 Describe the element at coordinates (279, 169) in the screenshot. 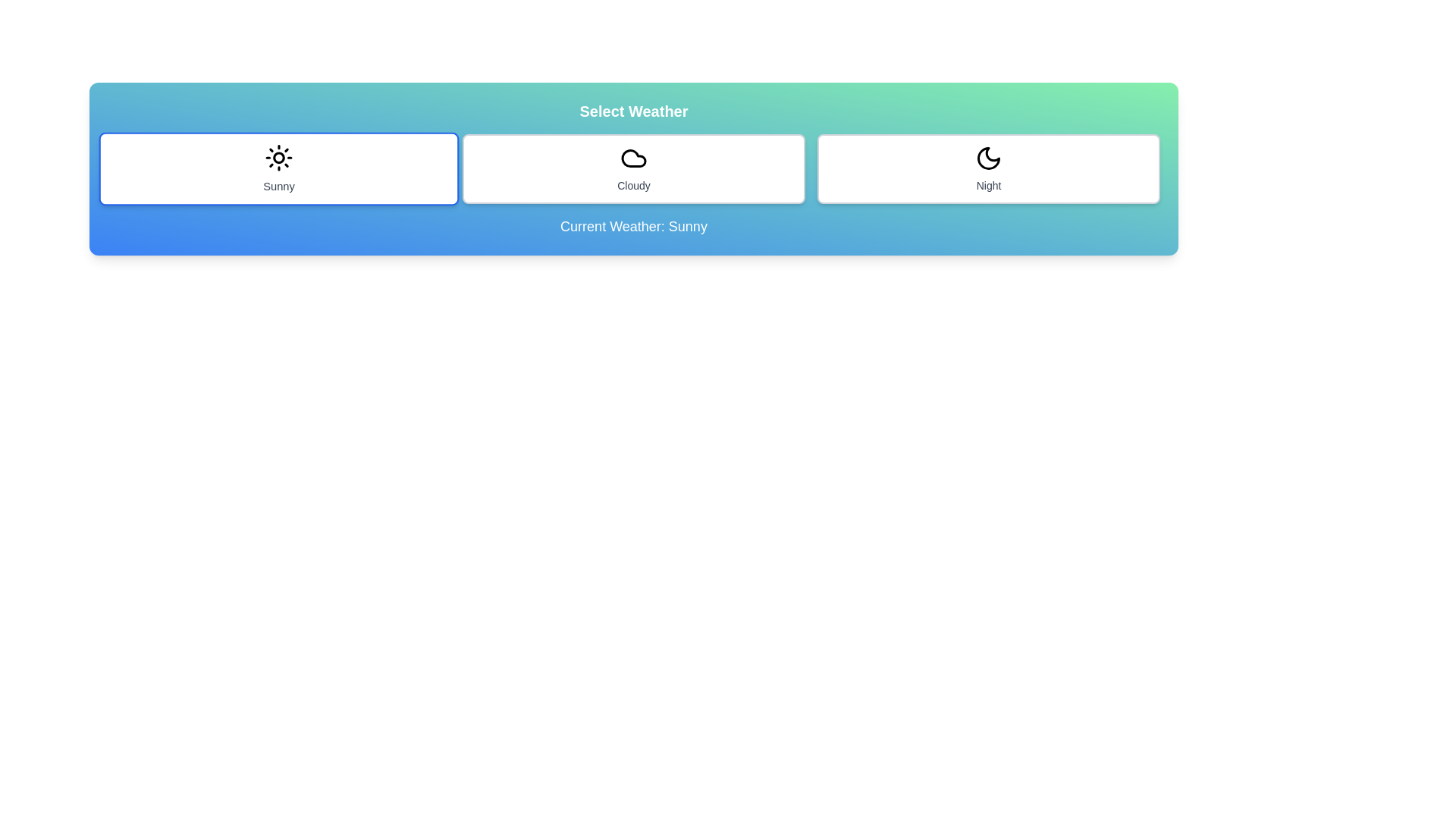

I see `the weather option Sunny to view the corresponding weather status` at that location.